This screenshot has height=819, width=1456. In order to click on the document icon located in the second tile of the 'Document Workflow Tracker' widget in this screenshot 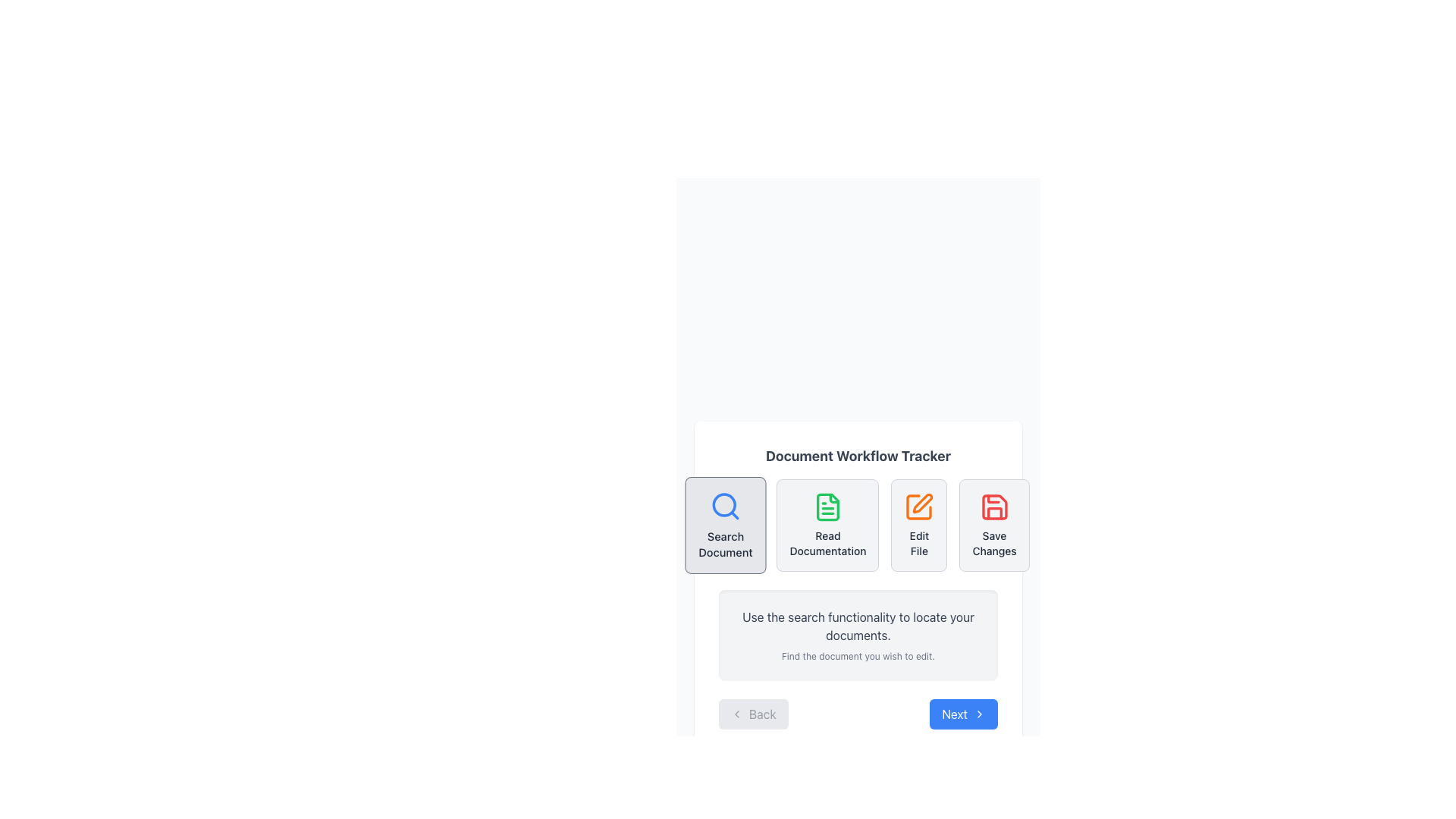, I will do `click(827, 507)`.